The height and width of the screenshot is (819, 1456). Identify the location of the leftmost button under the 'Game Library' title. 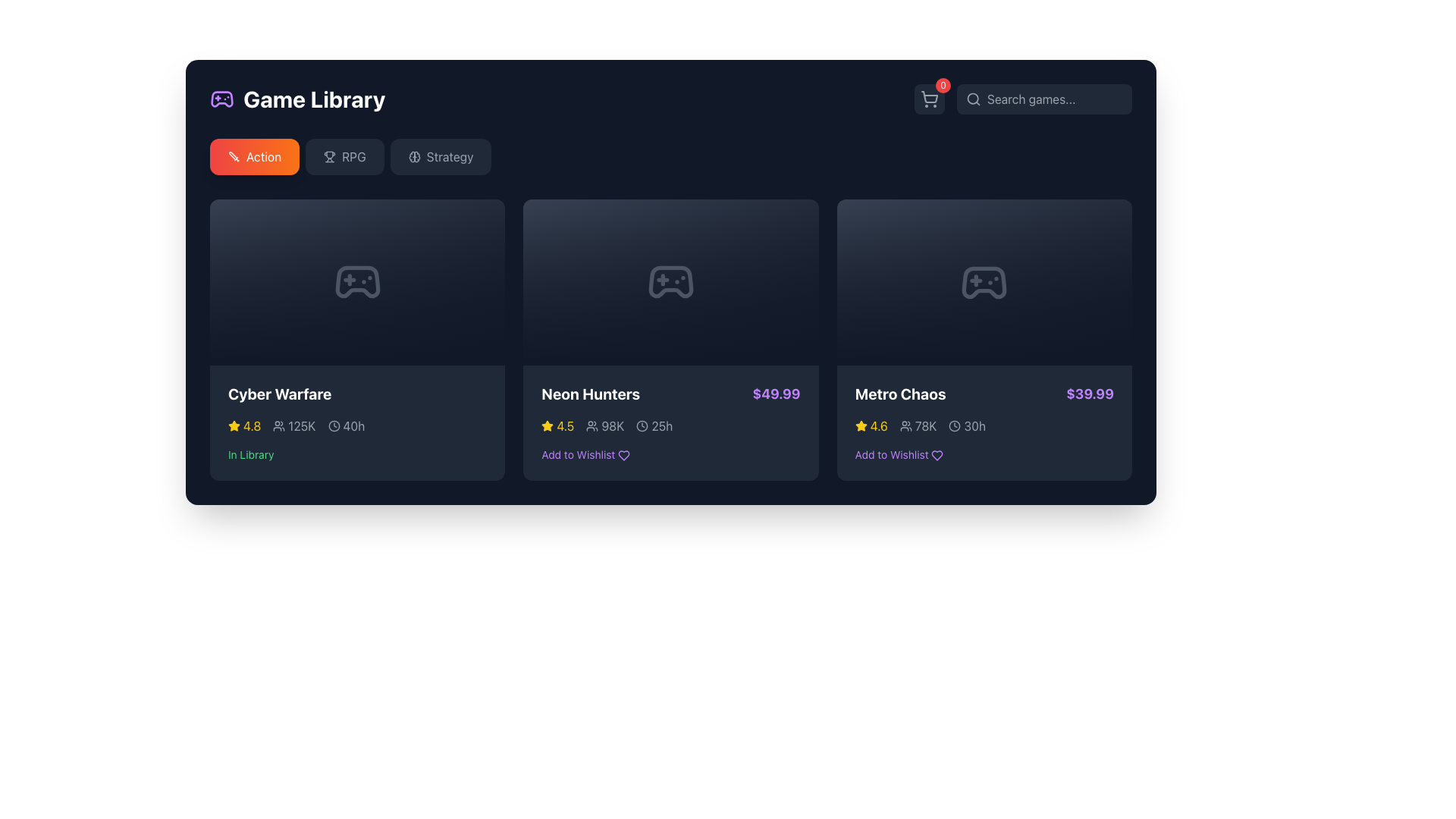
(255, 157).